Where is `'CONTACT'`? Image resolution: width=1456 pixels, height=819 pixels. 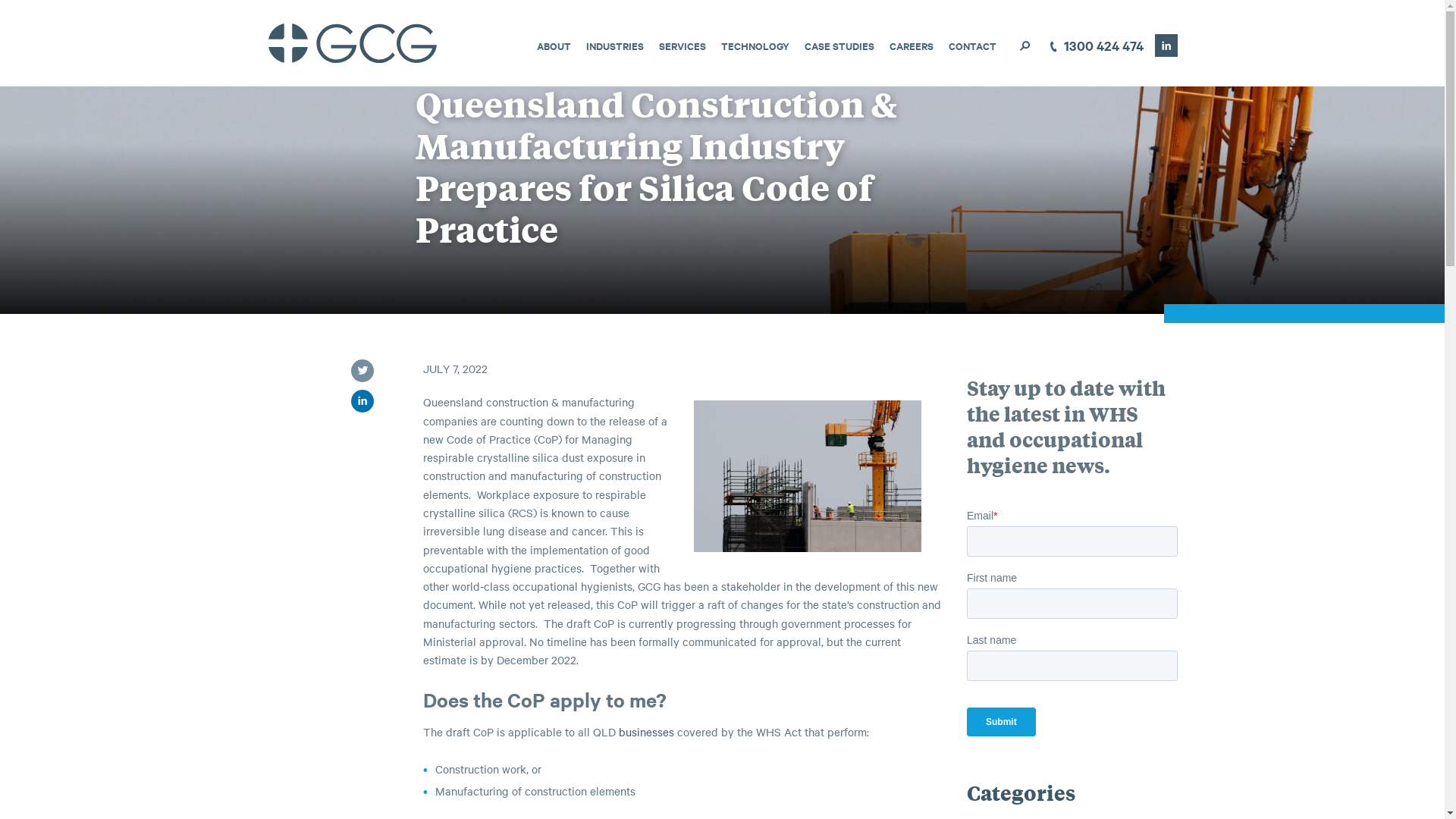 'CONTACT' is located at coordinates (971, 45).